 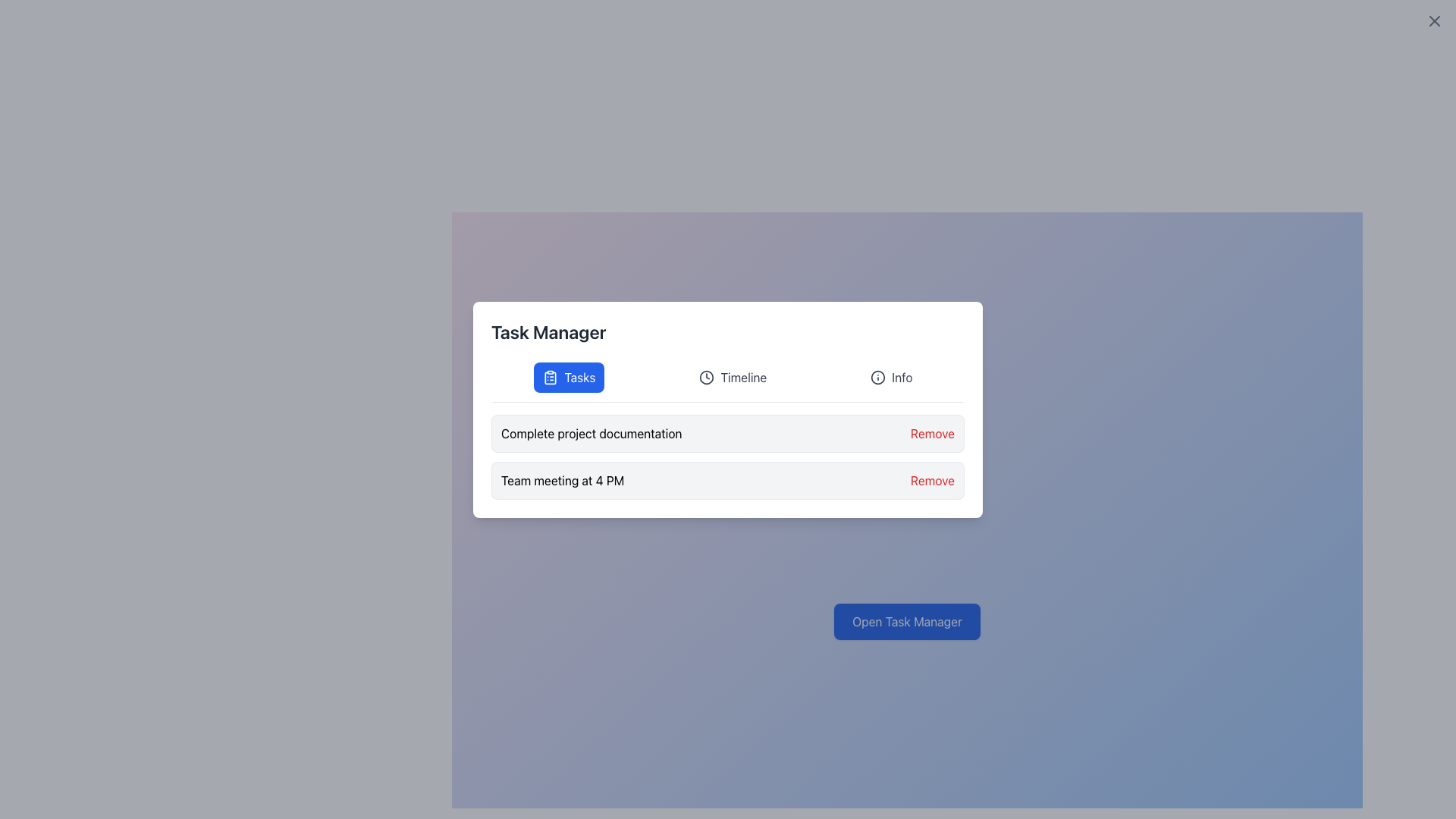 What do you see at coordinates (579, 376) in the screenshot?
I see `the 'Tasks' navigation tab` at bounding box center [579, 376].